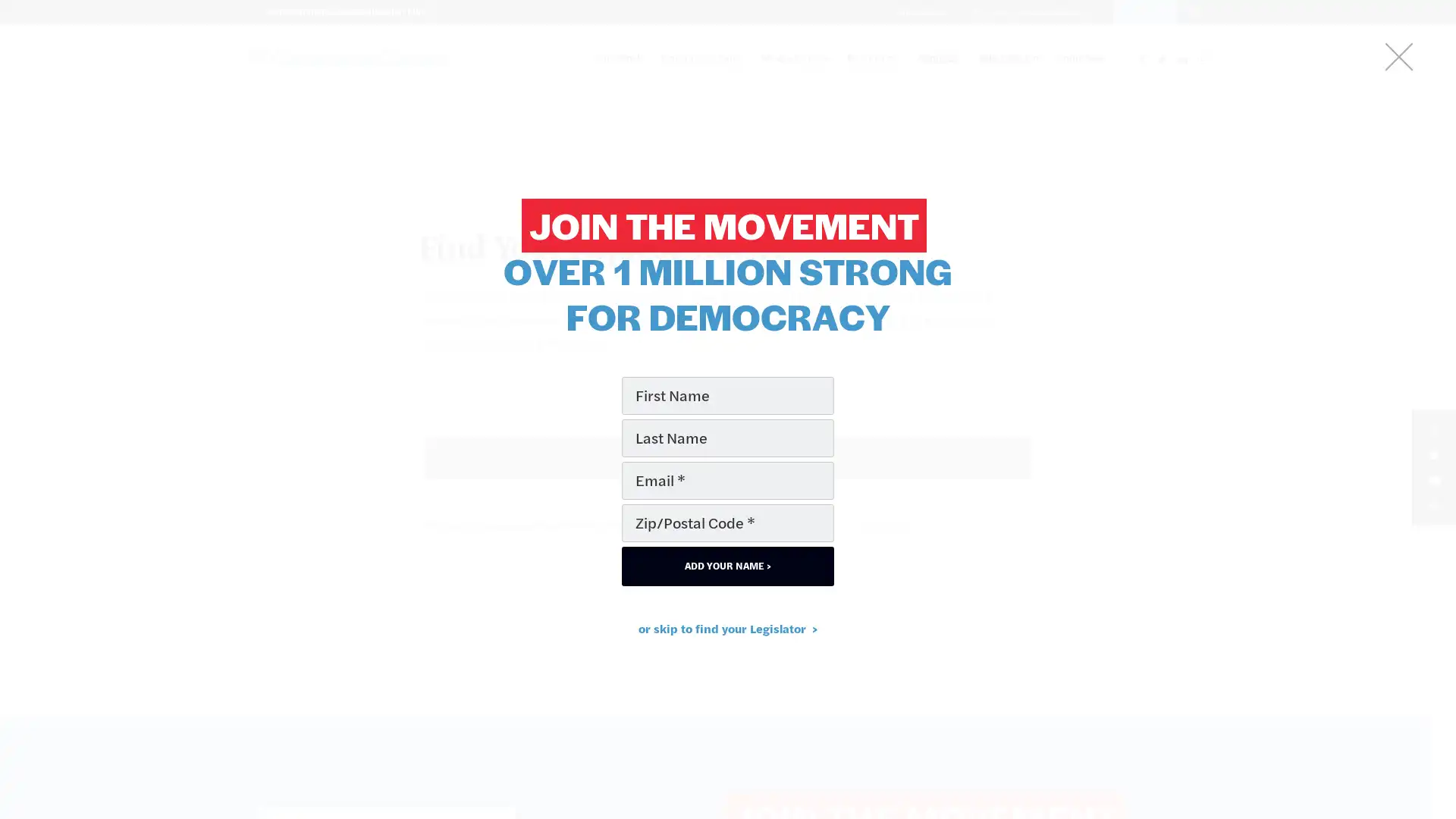  What do you see at coordinates (728, 565) in the screenshot?
I see `Add Your Name >` at bounding box center [728, 565].